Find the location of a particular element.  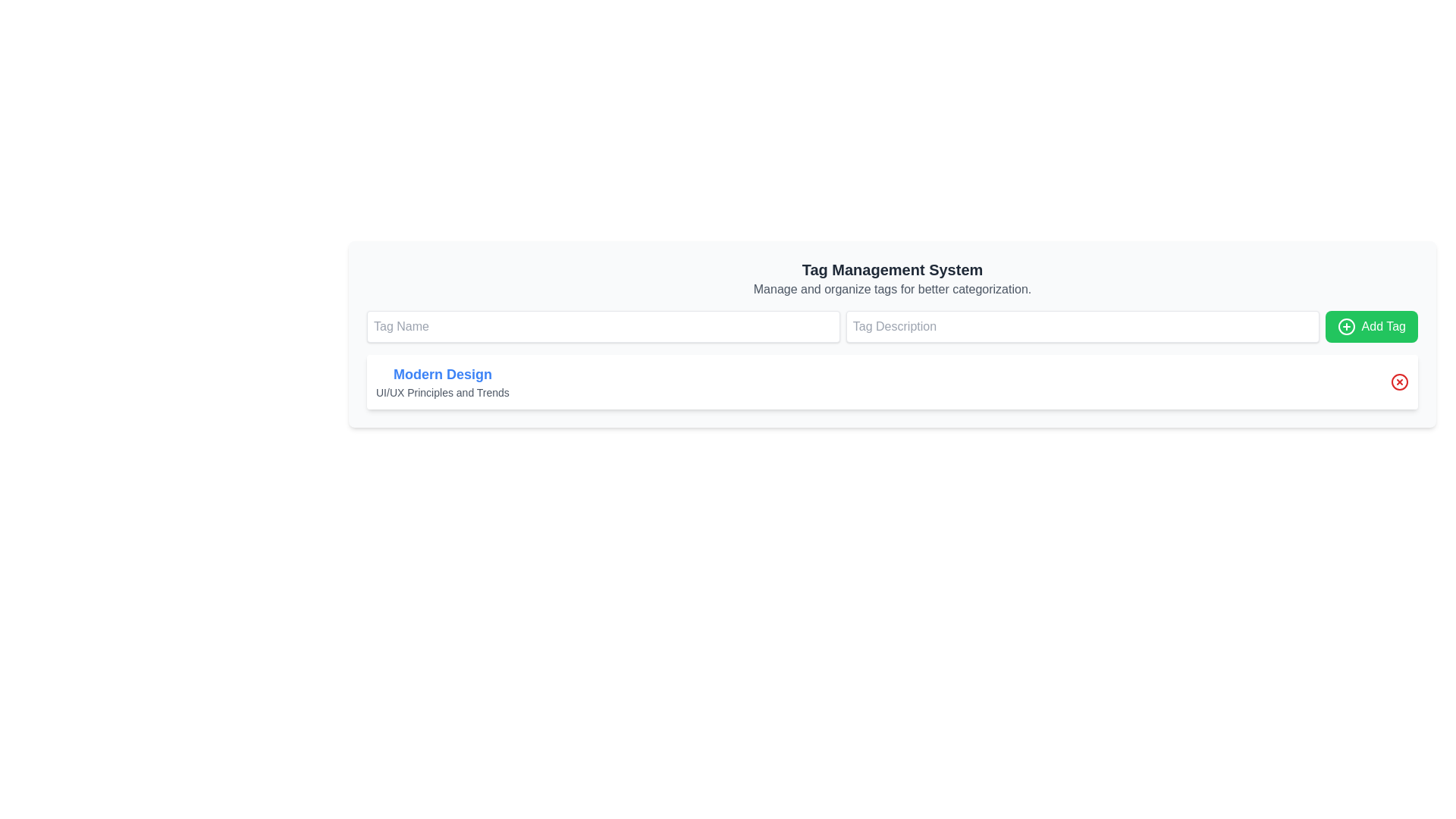

the 'Add Tag' green button which visually indicates the action to create a new tag is located at coordinates (1346, 326).